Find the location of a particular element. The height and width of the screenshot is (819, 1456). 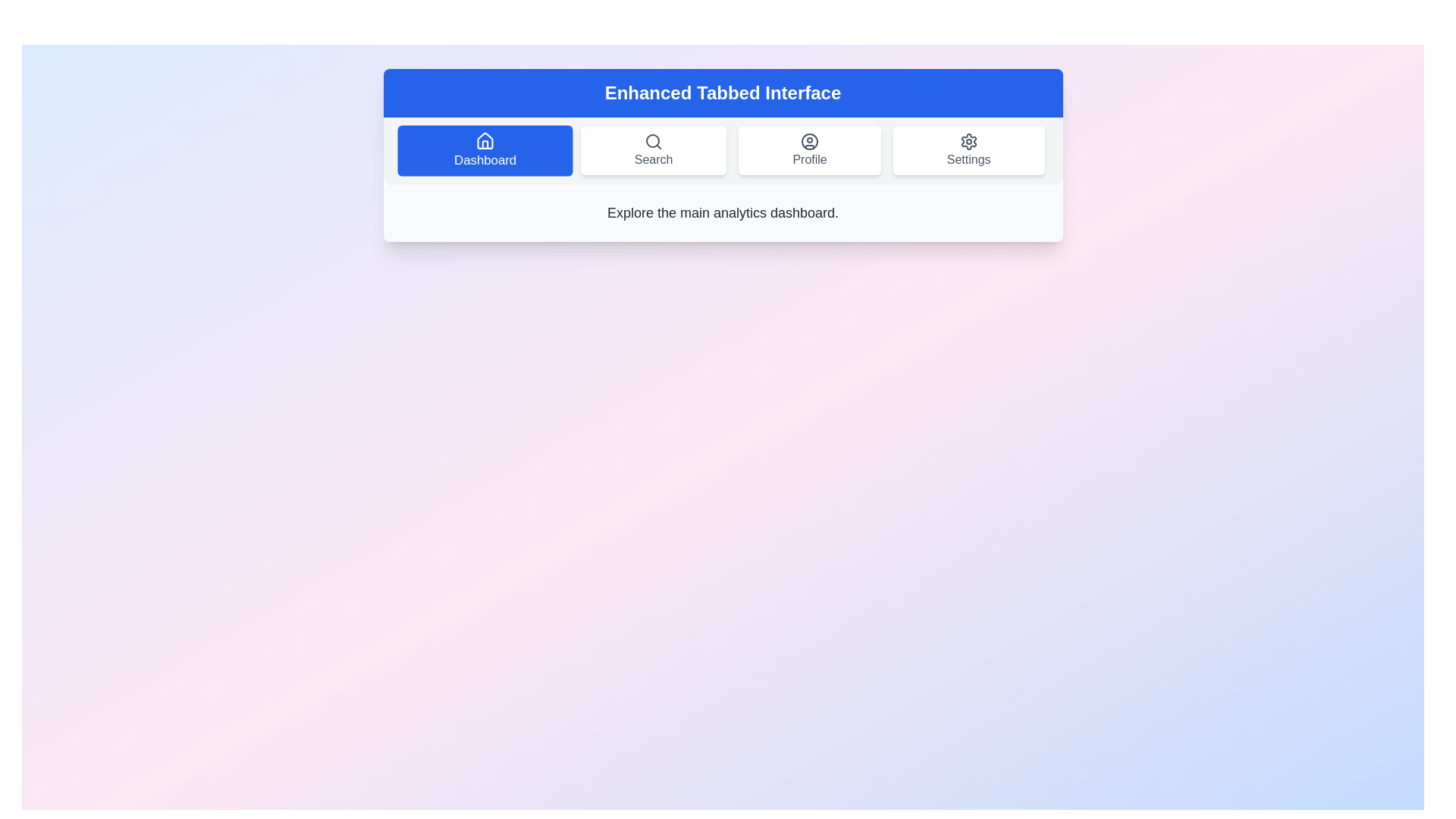

the gear icon located in the 'Settings' tab of the top navigation bar is located at coordinates (968, 141).